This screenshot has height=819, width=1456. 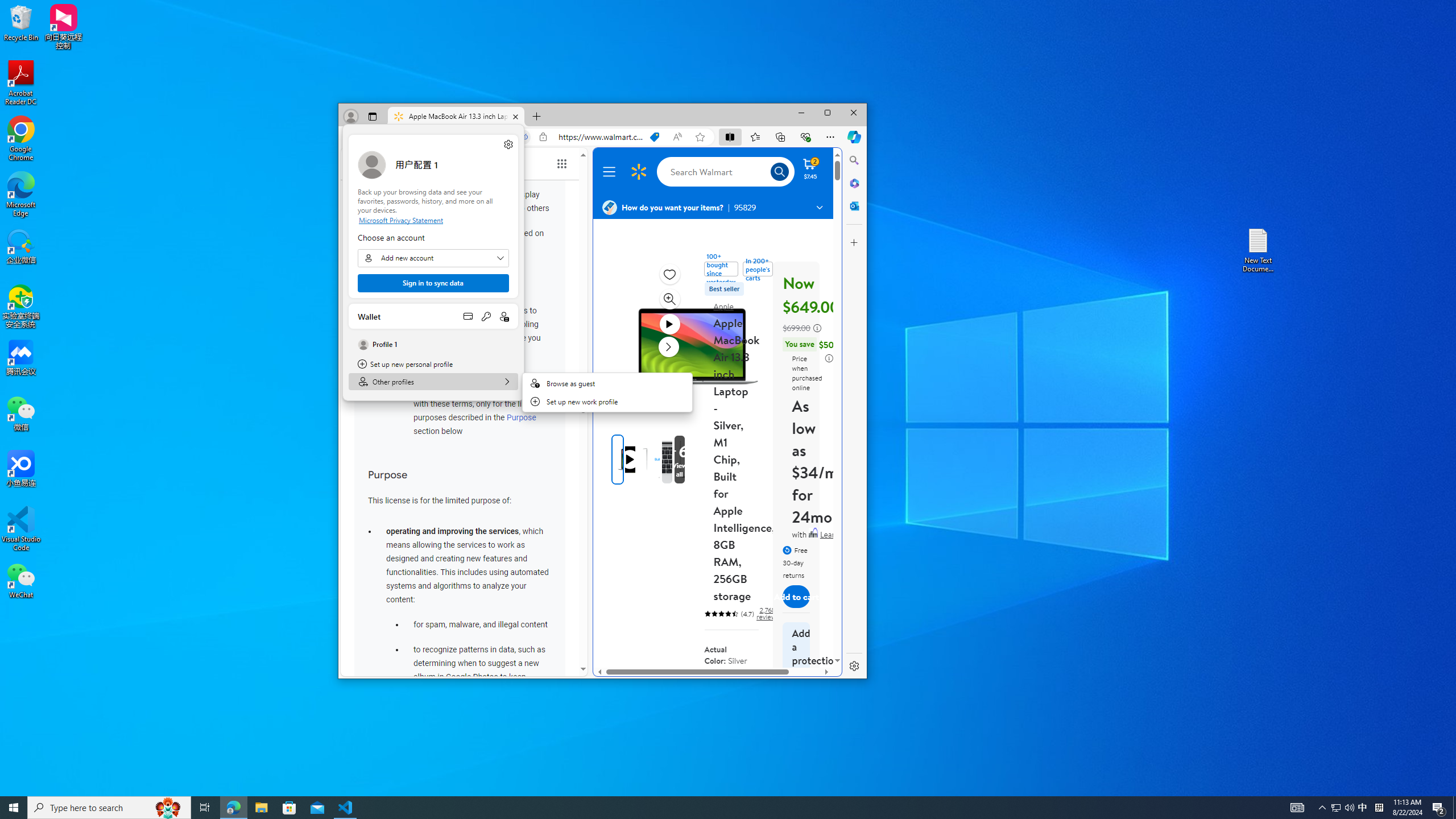 I want to click on 'Action Center, 2 new notifications', so click(x=1439, y=806).